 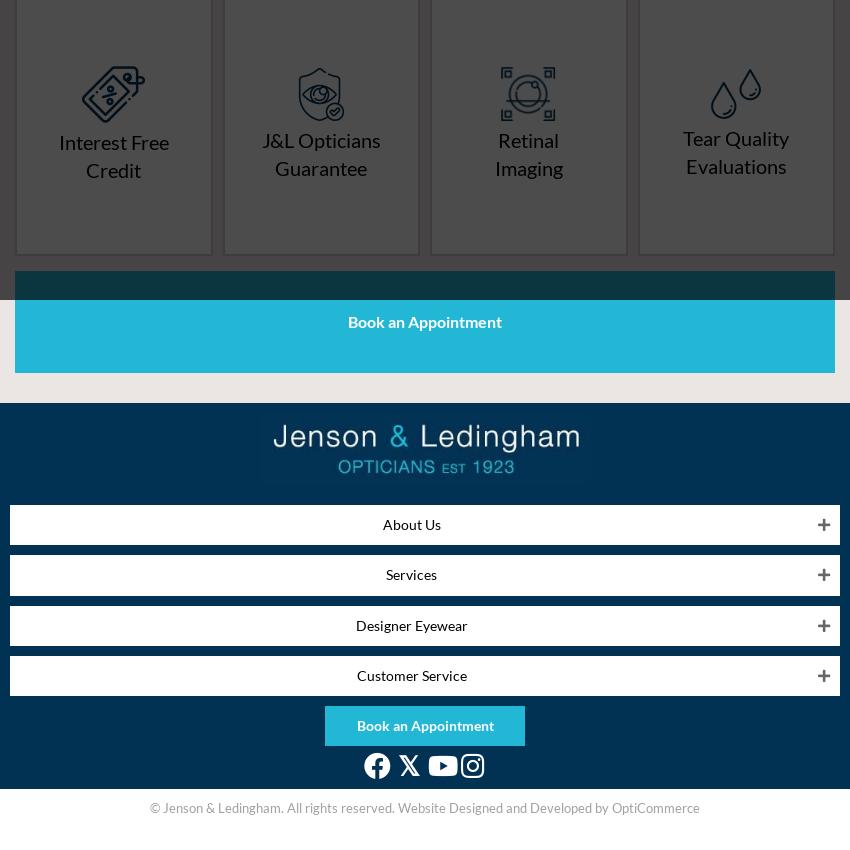 What do you see at coordinates (353, 623) in the screenshot?
I see `'Designer Eyewear'` at bounding box center [353, 623].